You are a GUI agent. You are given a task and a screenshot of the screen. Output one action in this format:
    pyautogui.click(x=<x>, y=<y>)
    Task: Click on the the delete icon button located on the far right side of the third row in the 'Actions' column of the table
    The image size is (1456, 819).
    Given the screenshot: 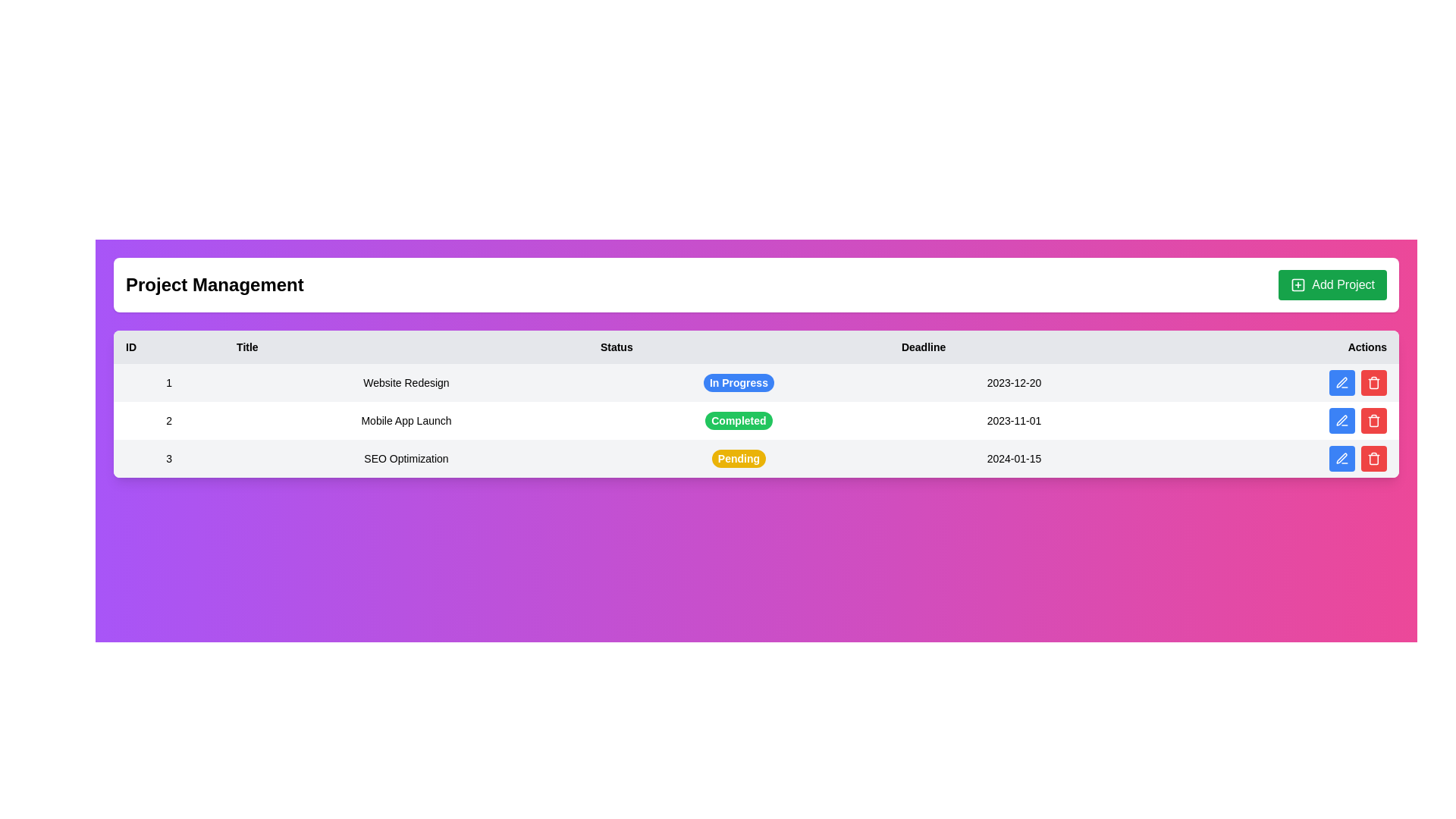 What is the action you would take?
    pyautogui.click(x=1373, y=458)
    